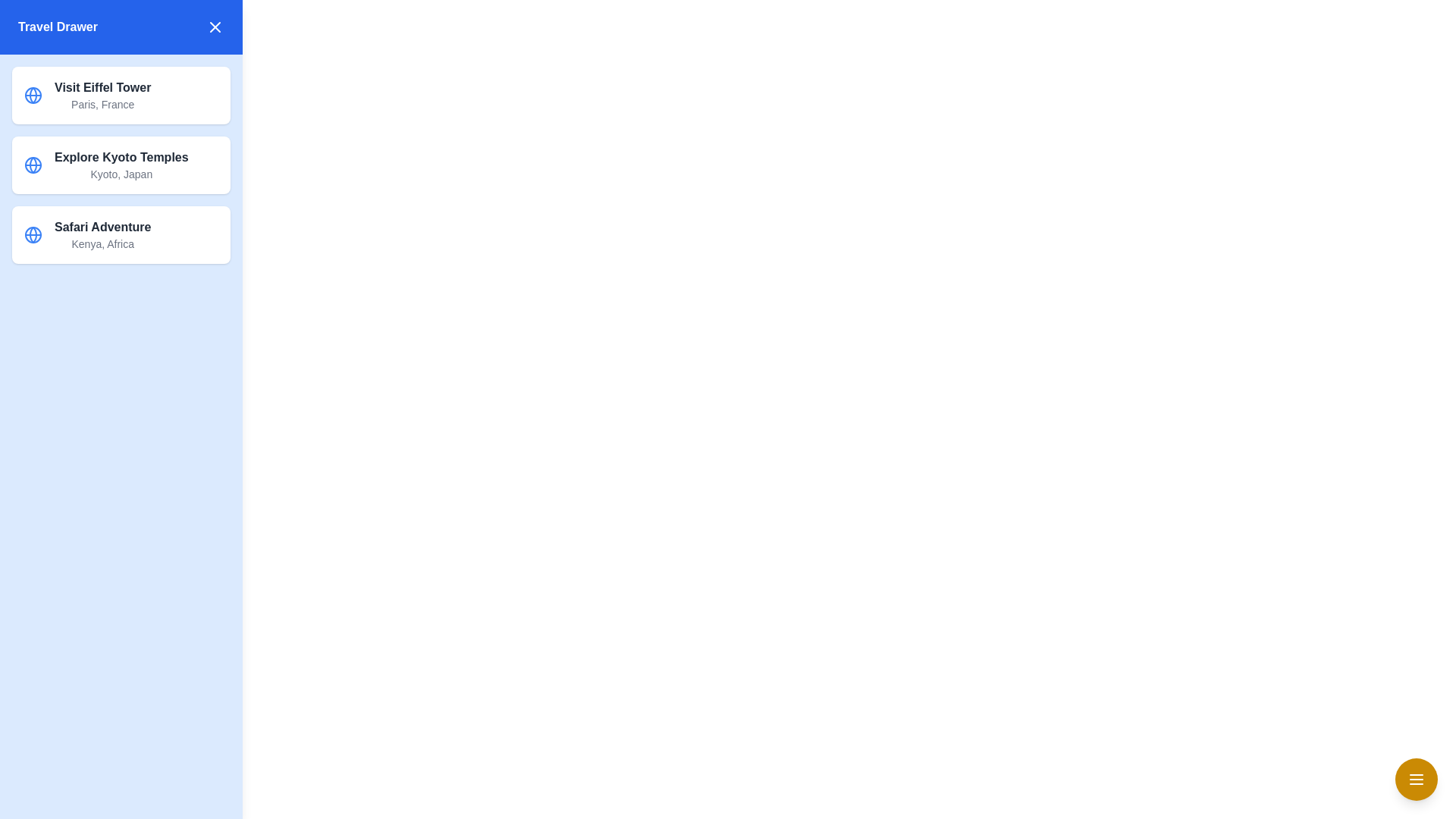 The height and width of the screenshot is (819, 1456). I want to click on the close icon button located at the top-right corner of the 'Travel Drawer' blue header to observe visual feedback, so click(214, 27).